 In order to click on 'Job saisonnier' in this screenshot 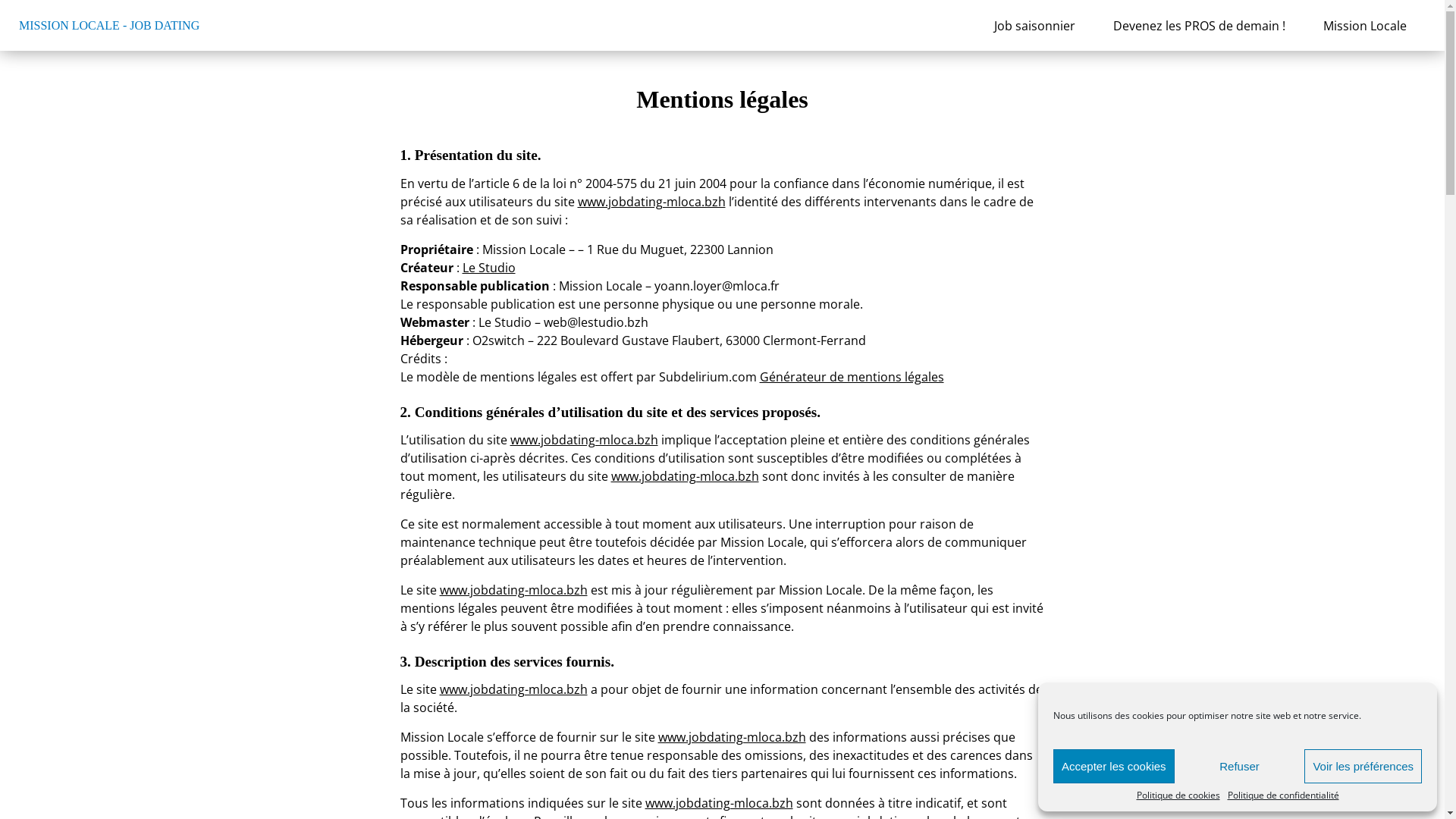, I will do `click(1034, 25)`.